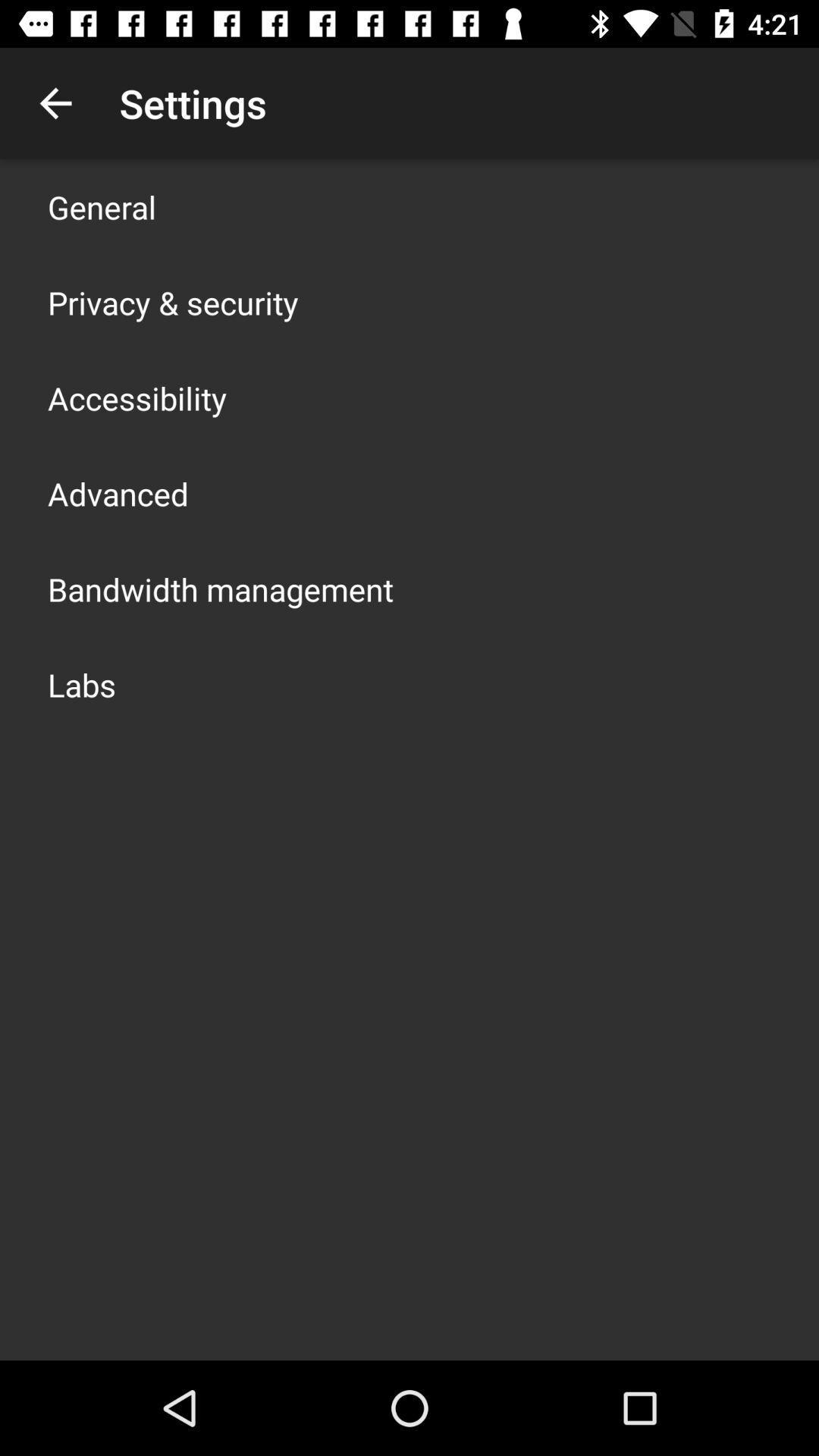 This screenshot has height=1456, width=819. Describe the element at coordinates (172, 302) in the screenshot. I see `the item below the general app` at that location.